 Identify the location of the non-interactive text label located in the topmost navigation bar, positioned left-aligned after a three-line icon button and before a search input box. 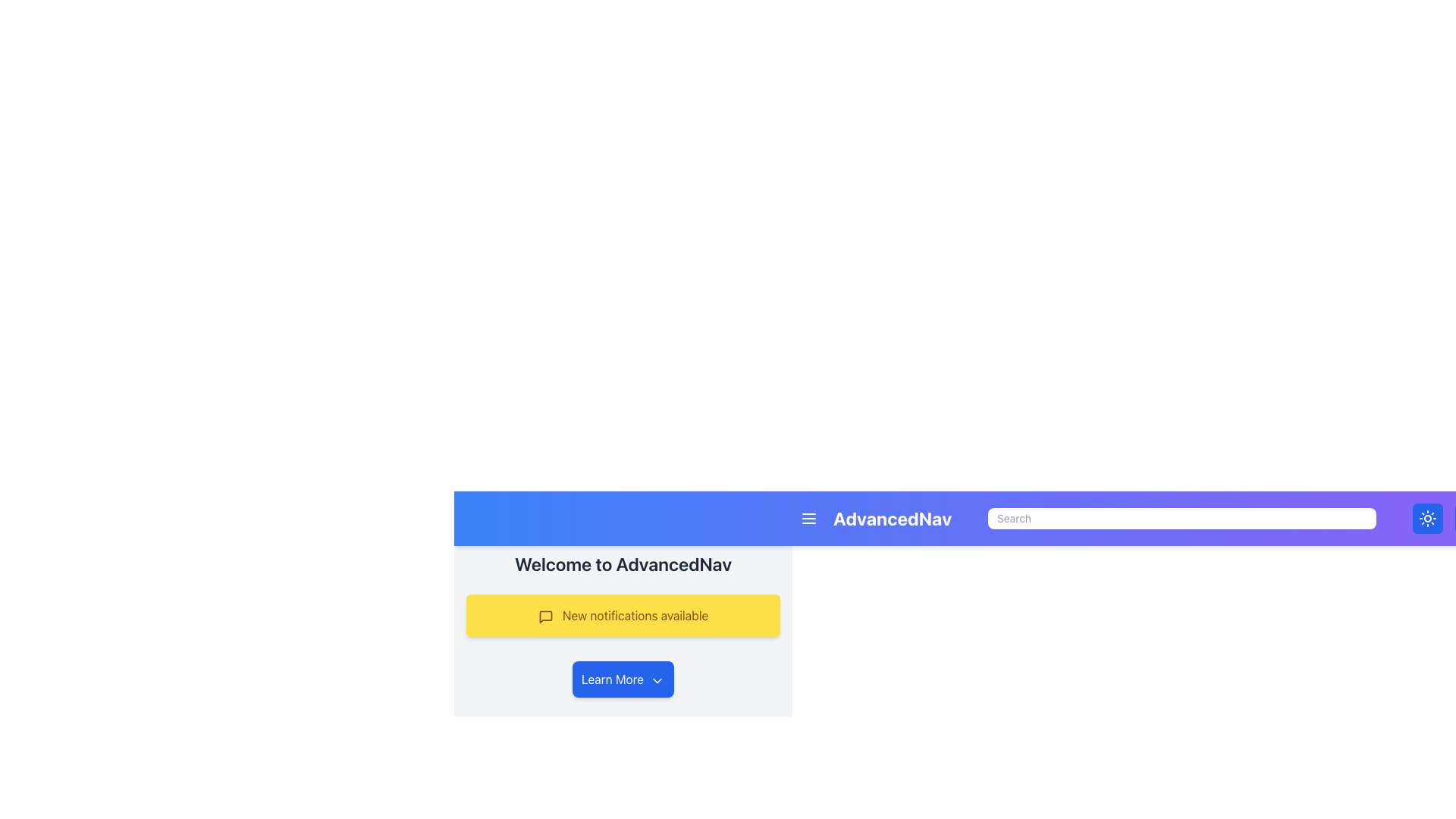
(873, 517).